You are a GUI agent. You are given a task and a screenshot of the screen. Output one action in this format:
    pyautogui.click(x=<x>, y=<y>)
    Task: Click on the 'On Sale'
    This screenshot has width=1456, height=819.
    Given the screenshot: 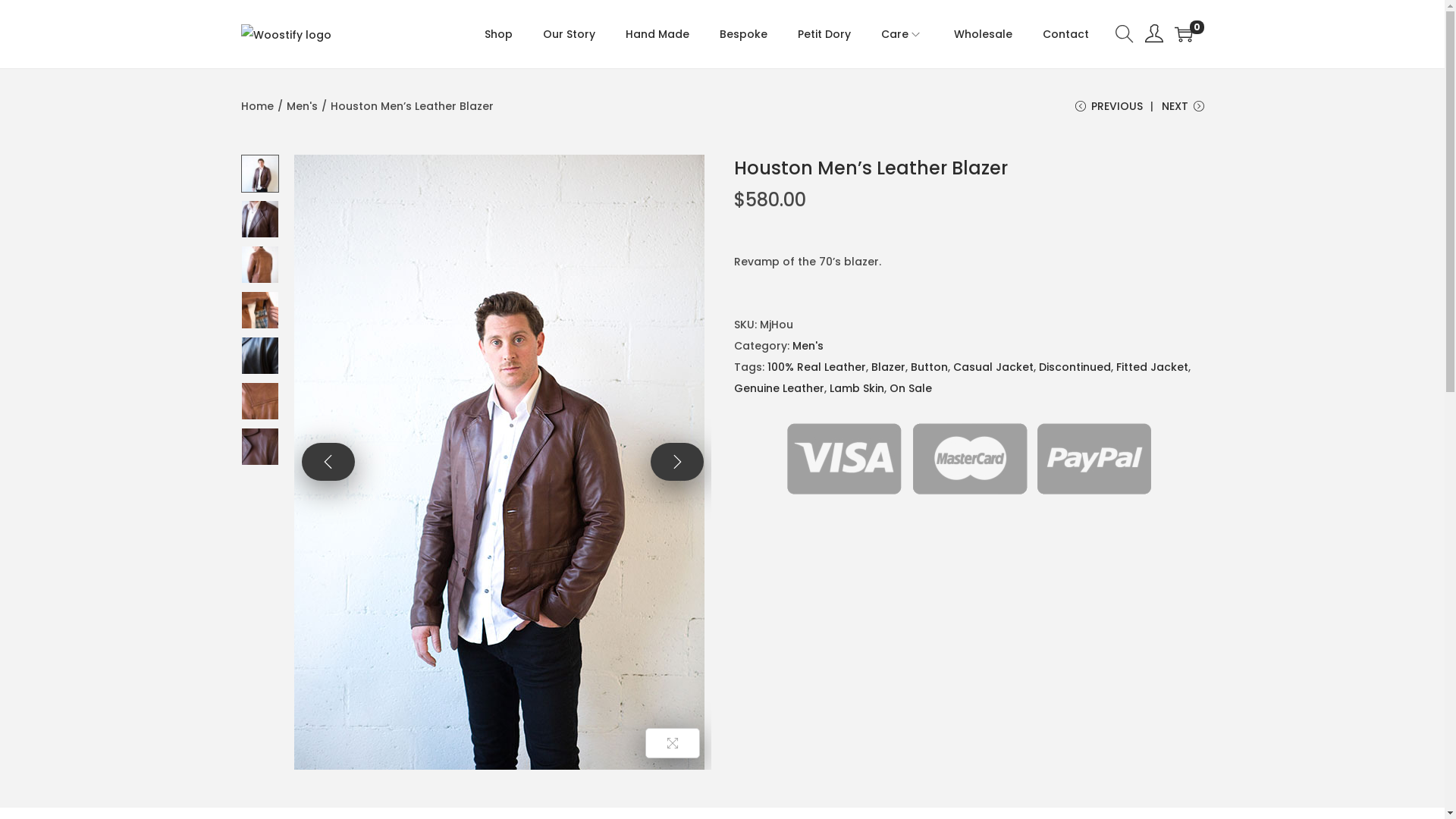 What is the action you would take?
    pyautogui.click(x=910, y=388)
    